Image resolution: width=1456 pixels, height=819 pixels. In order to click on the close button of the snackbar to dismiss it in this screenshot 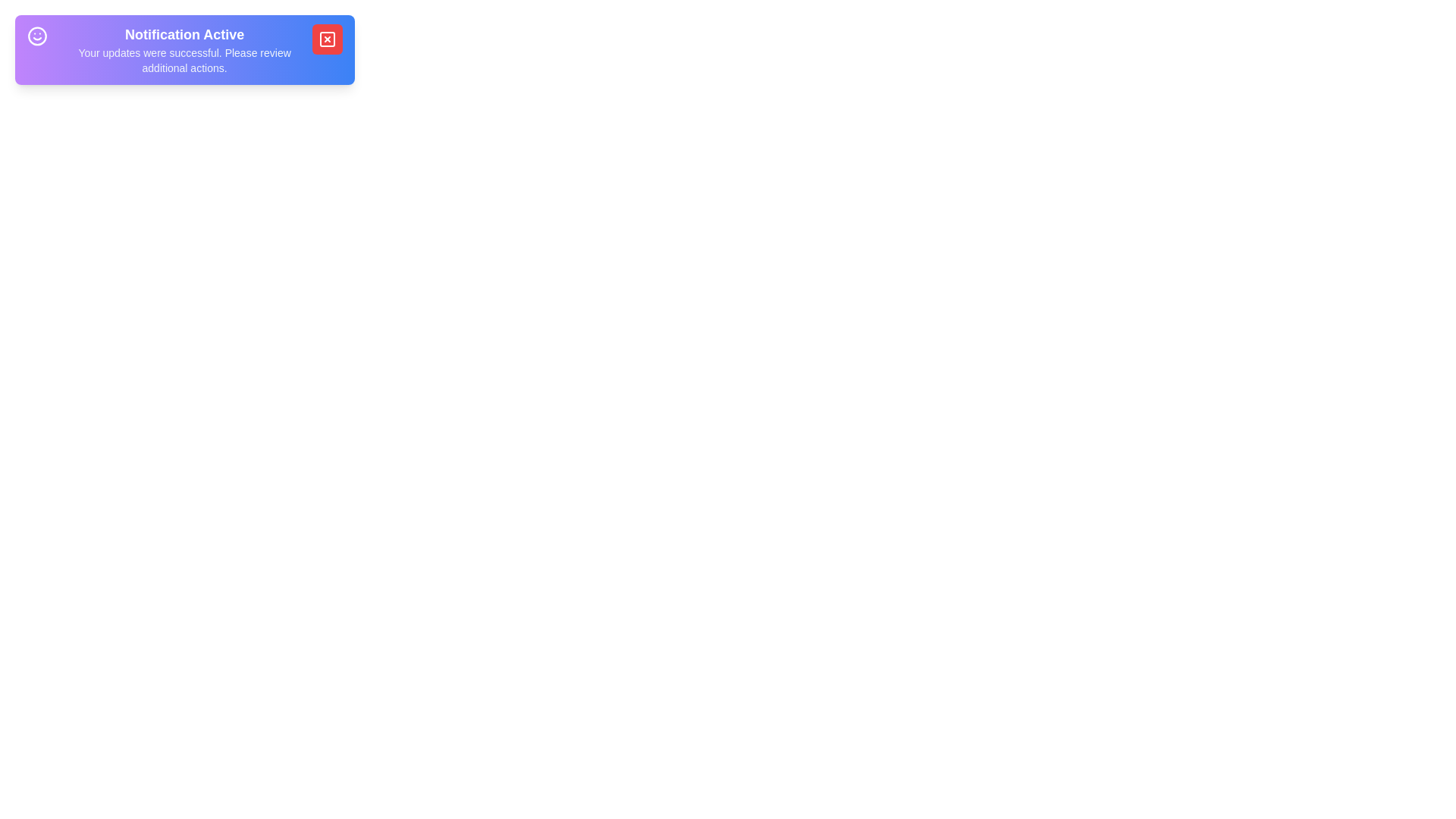, I will do `click(327, 38)`.